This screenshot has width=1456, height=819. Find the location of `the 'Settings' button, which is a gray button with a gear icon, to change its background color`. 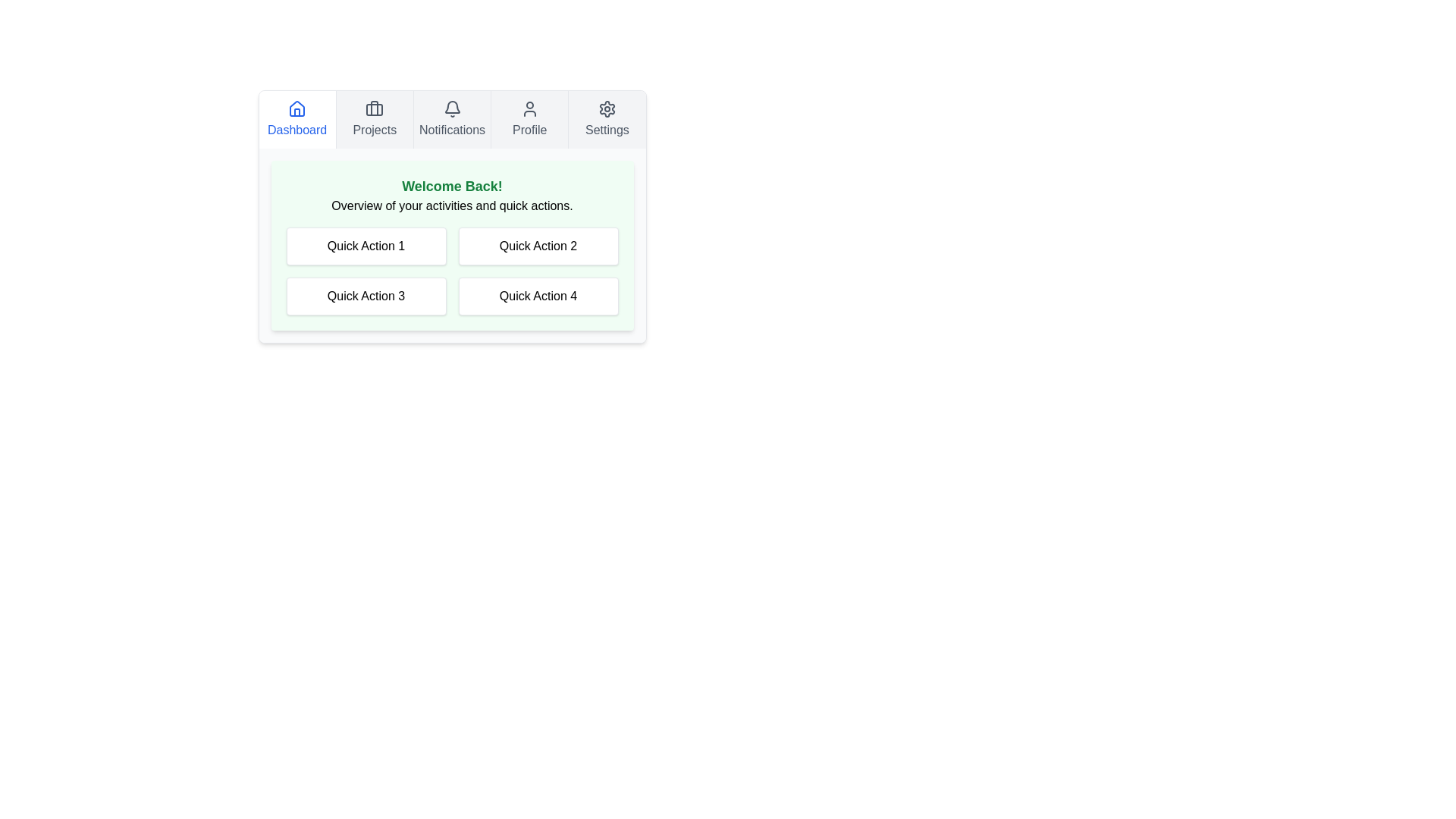

the 'Settings' button, which is a gray button with a gear icon, to change its background color is located at coordinates (607, 119).